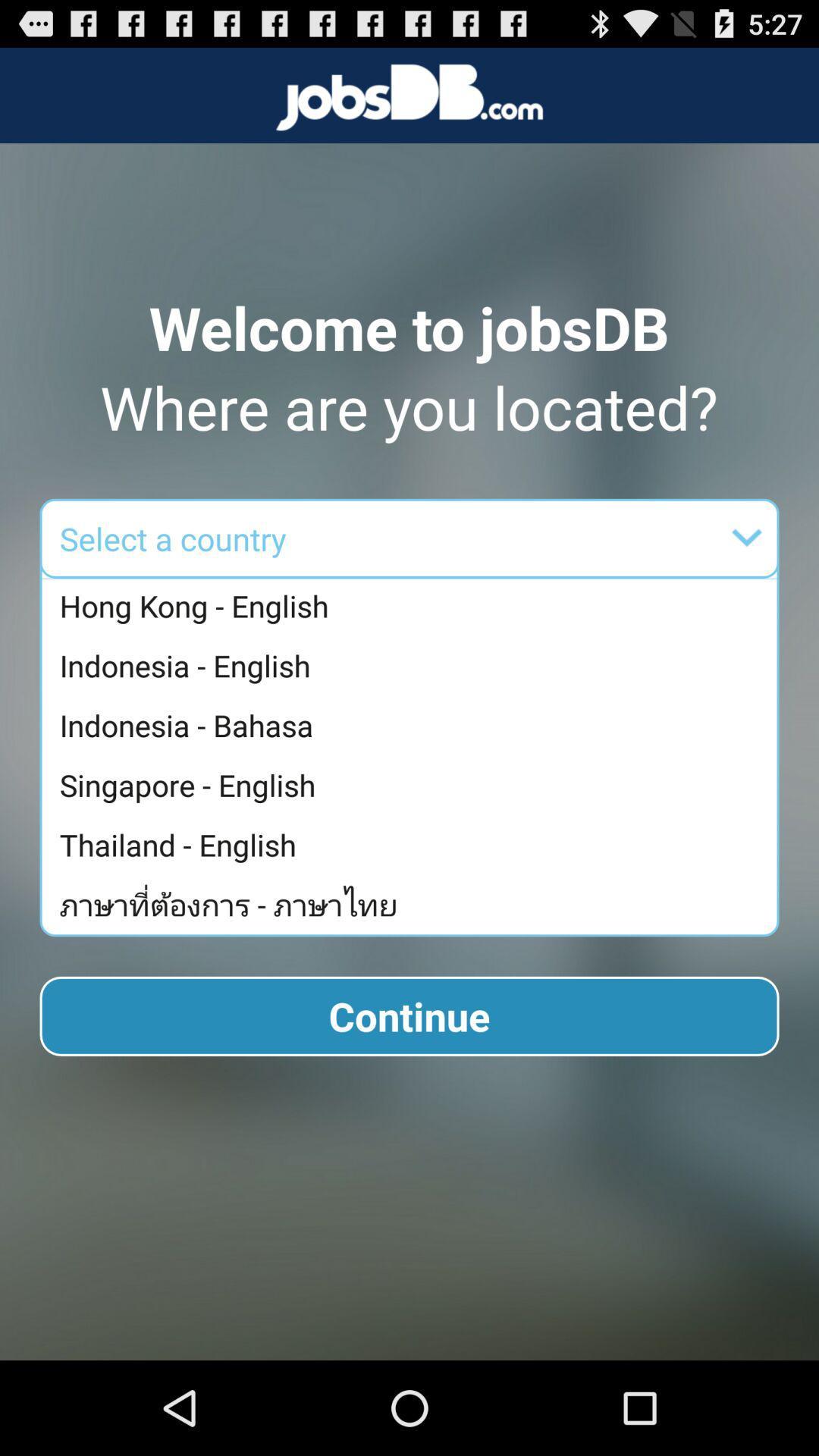  I want to click on the indonesia - english app, so click(413, 665).